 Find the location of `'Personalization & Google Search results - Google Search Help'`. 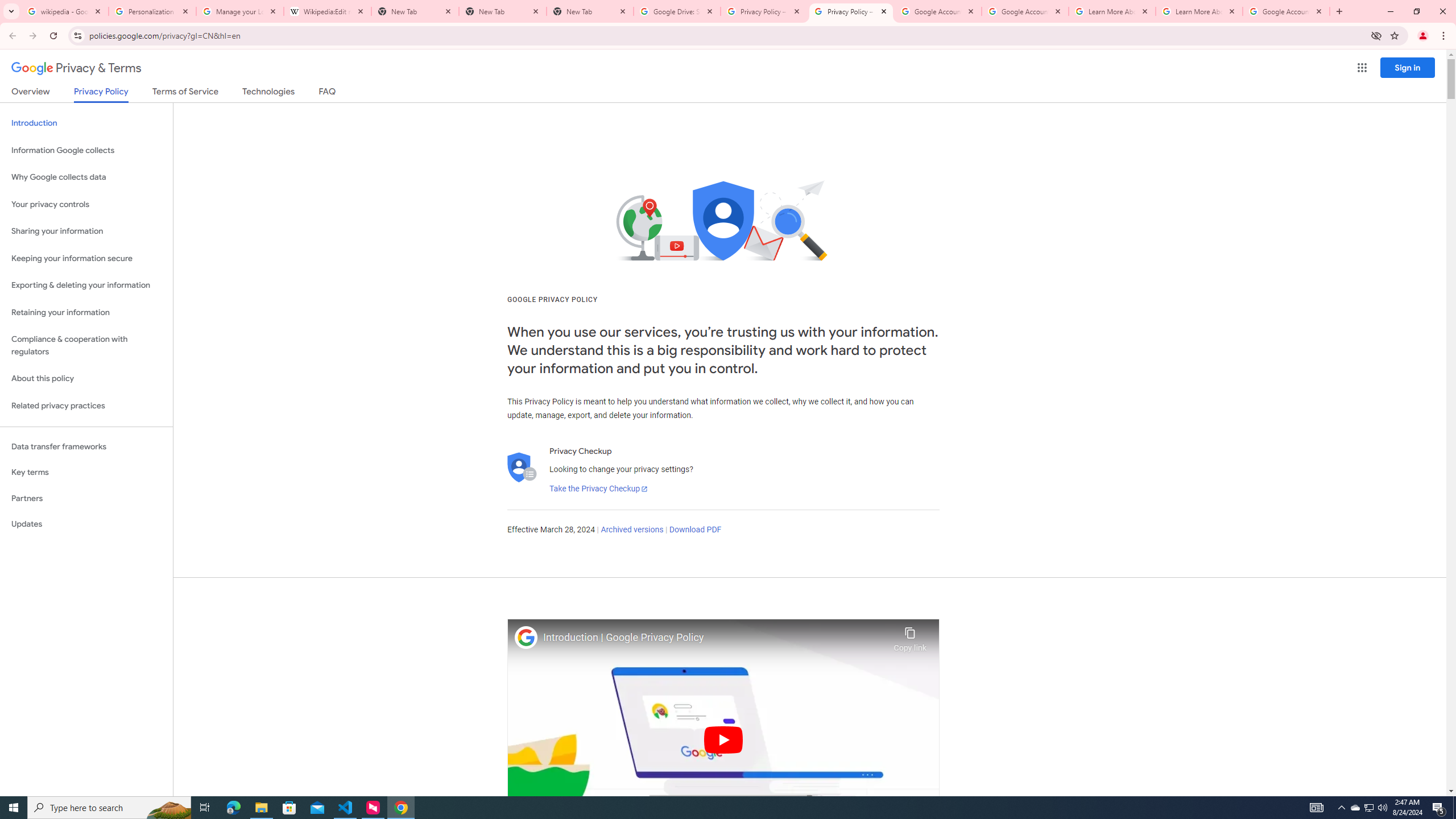

'Personalization & Google Search results - Google Search Help' is located at coordinates (151, 11).